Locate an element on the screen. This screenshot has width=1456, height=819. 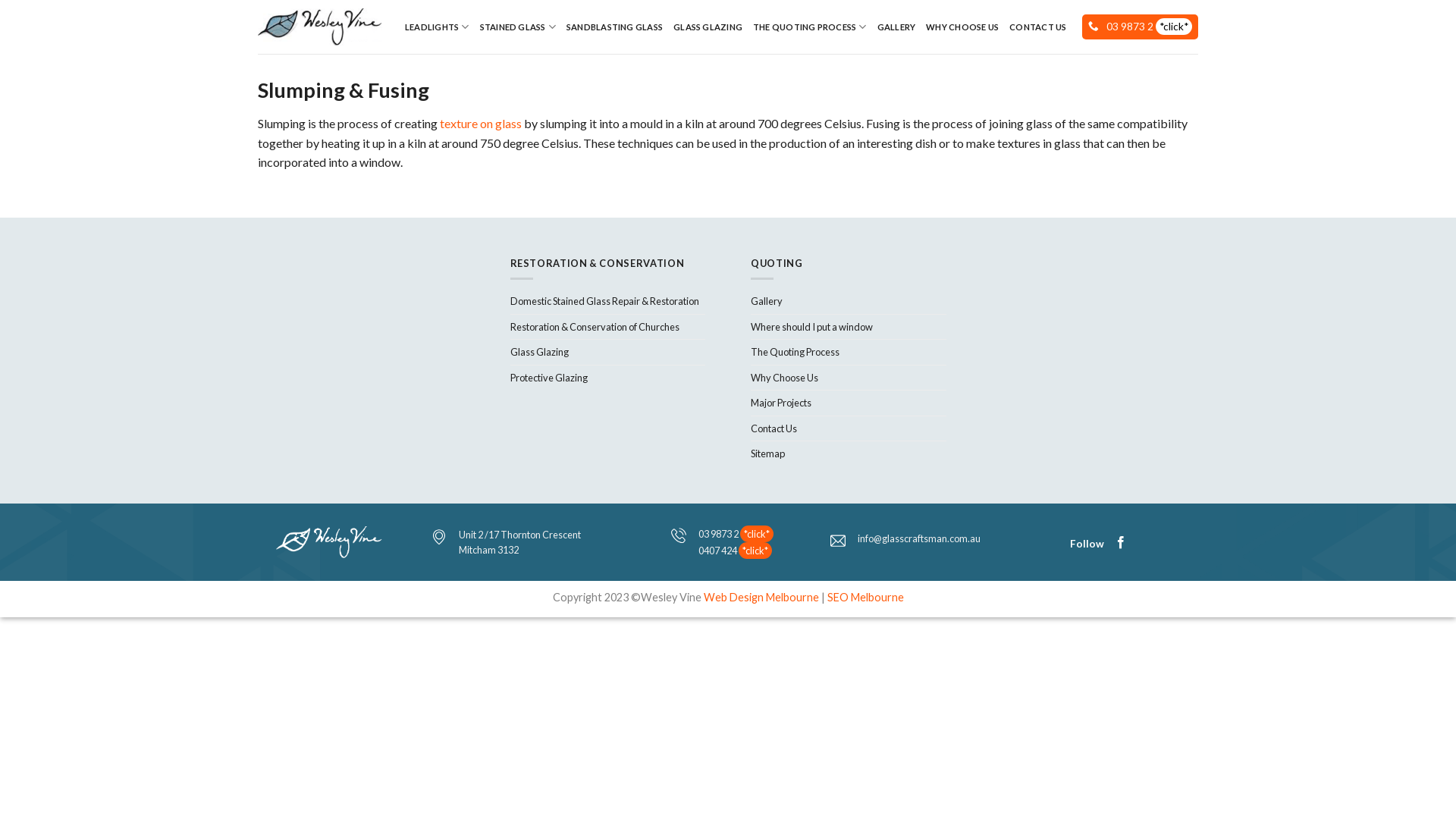
'Contact Us' is located at coordinates (773, 428).